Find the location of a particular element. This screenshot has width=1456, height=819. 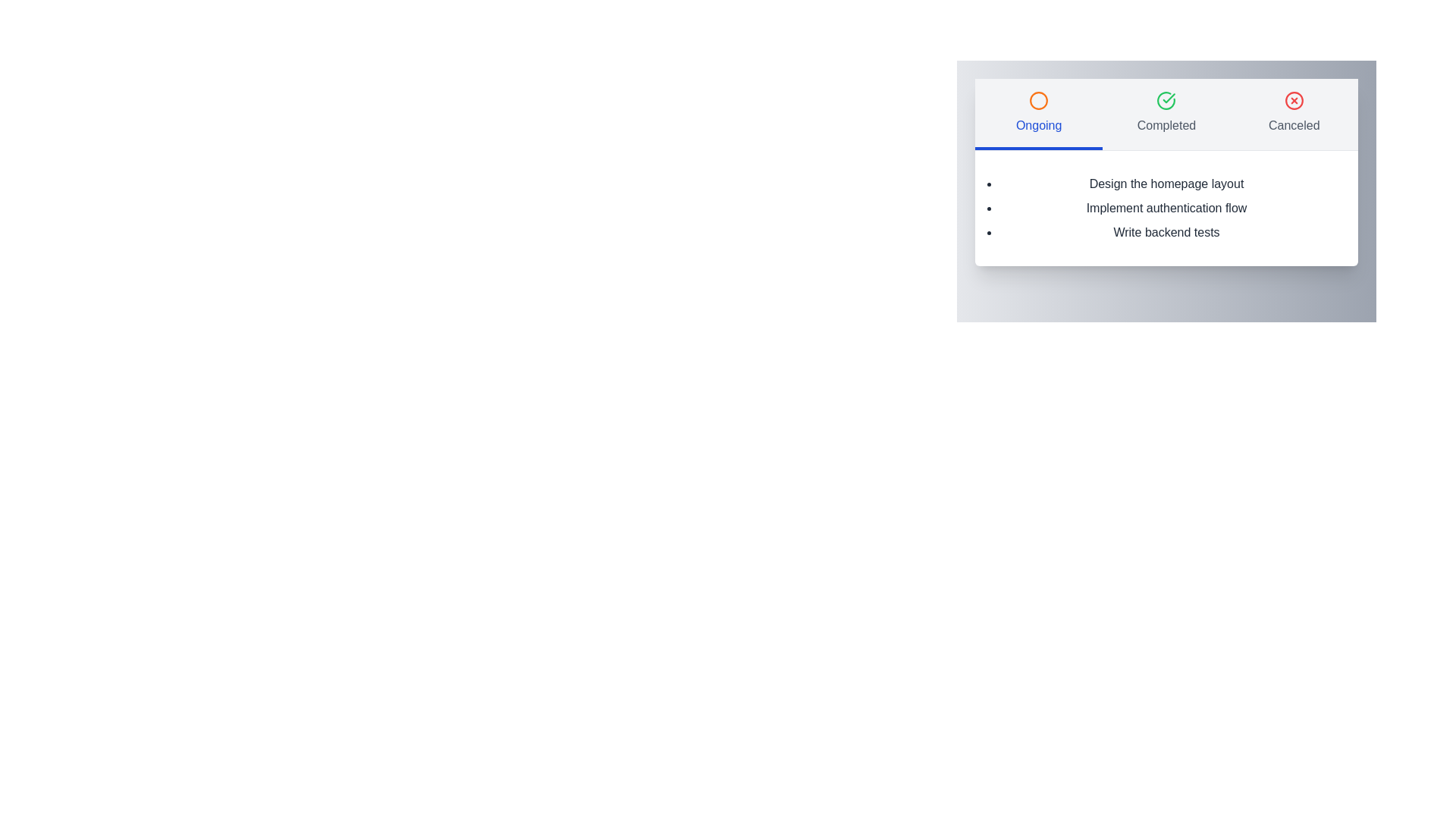

the Ongoing tab by clicking on its button is located at coordinates (1037, 113).